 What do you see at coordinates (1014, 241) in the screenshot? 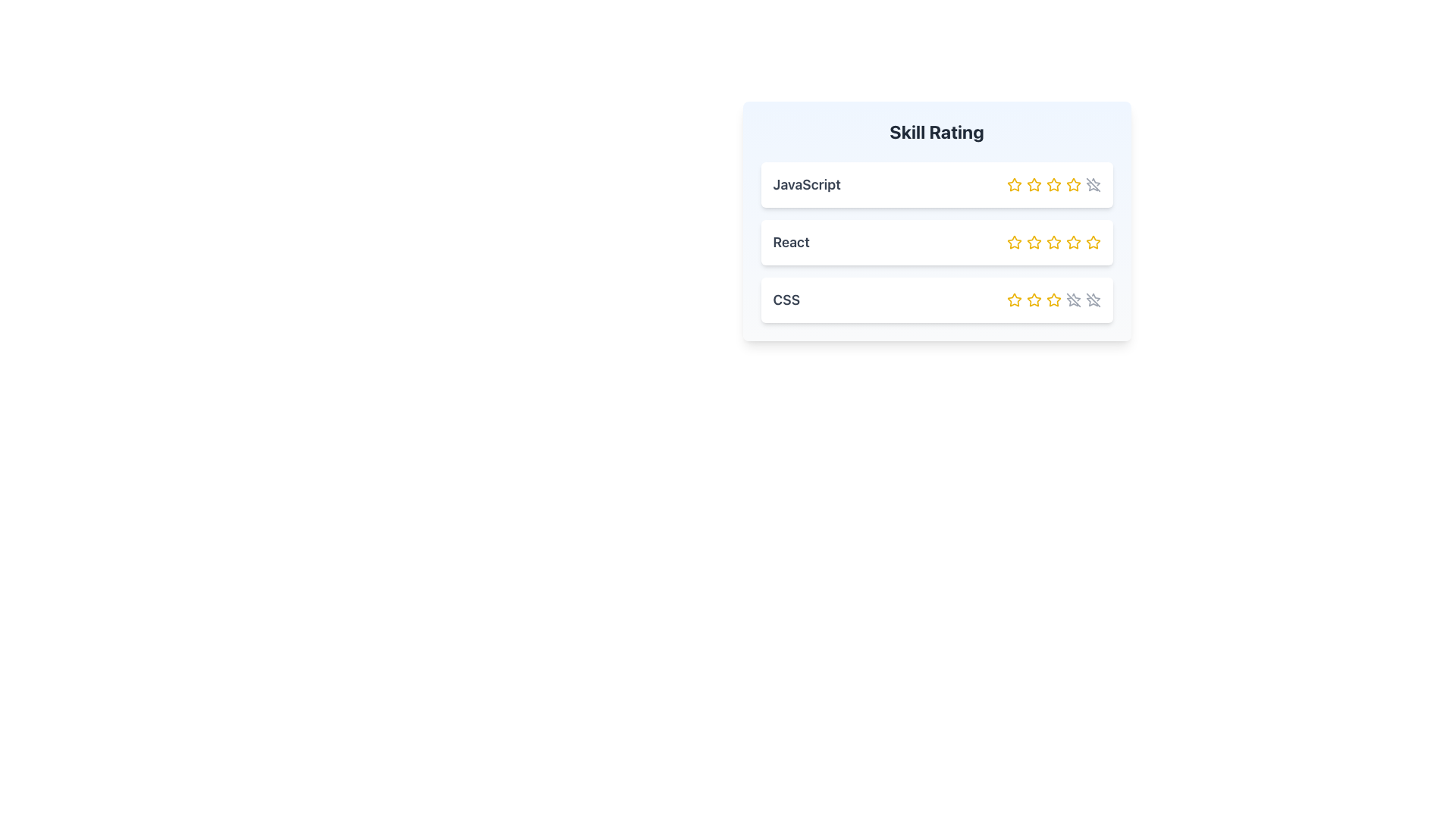
I see `the second yellow star in the middle row of the Skill Rating section` at bounding box center [1014, 241].